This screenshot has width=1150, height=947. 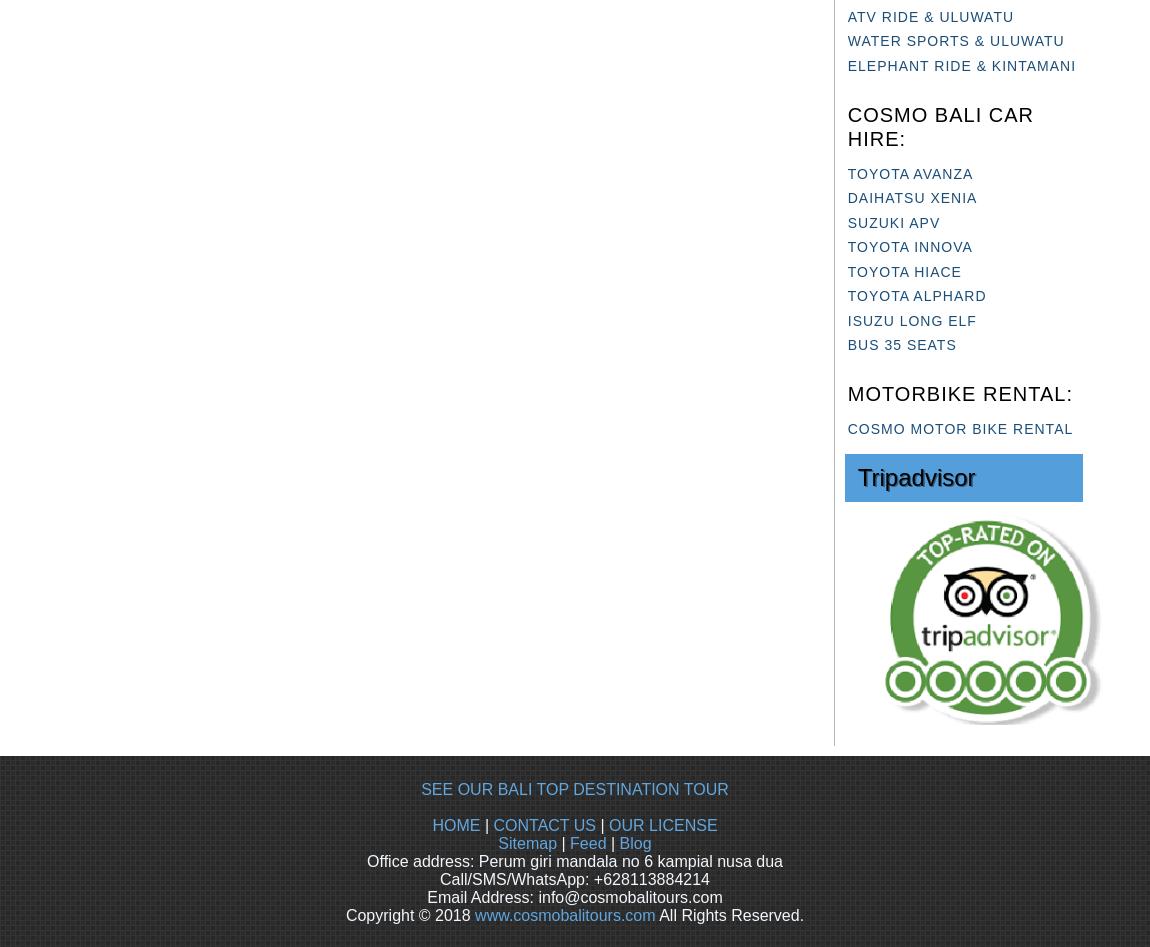 What do you see at coordinates (955, 41) in the screenshot?
I see `'WATER SPORTS & ULUWATU'` at bounding box center [955, 41].